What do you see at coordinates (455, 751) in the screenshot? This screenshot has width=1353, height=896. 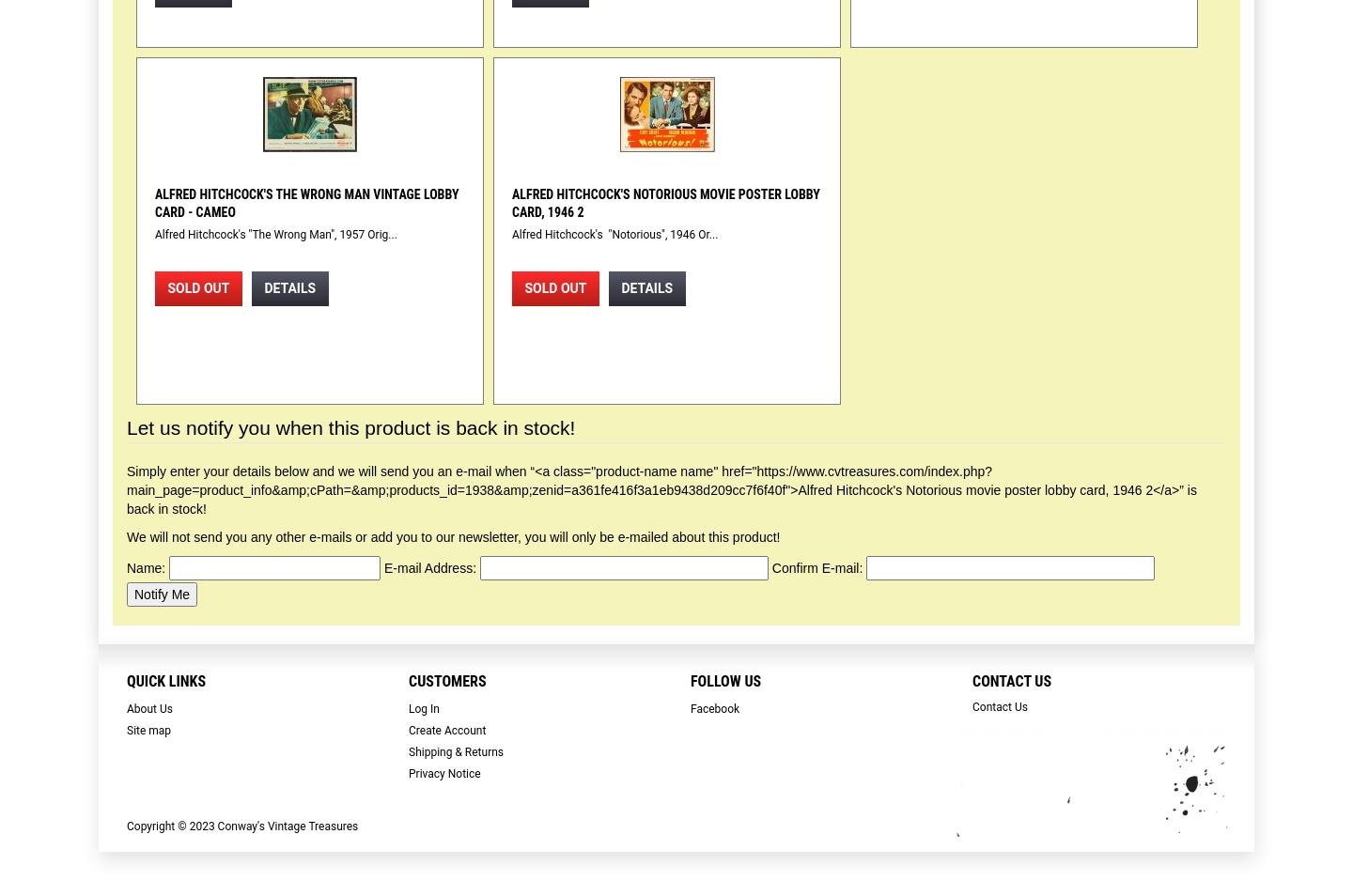 I see `'Shipping & Returns'` at bounding box center [455, 751].